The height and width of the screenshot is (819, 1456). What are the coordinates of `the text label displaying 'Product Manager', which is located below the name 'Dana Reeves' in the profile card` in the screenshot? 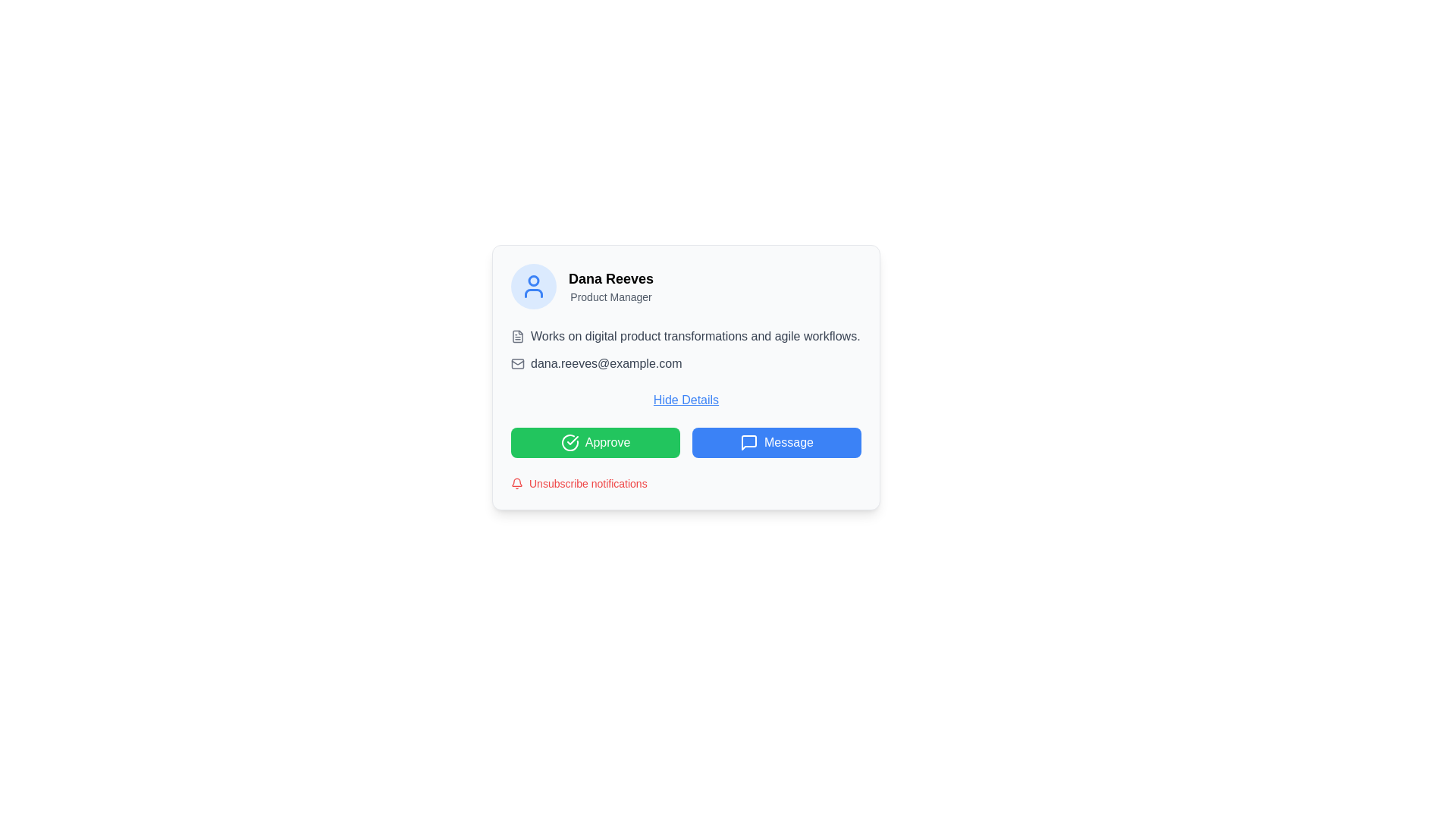 It's located at (611, 297).